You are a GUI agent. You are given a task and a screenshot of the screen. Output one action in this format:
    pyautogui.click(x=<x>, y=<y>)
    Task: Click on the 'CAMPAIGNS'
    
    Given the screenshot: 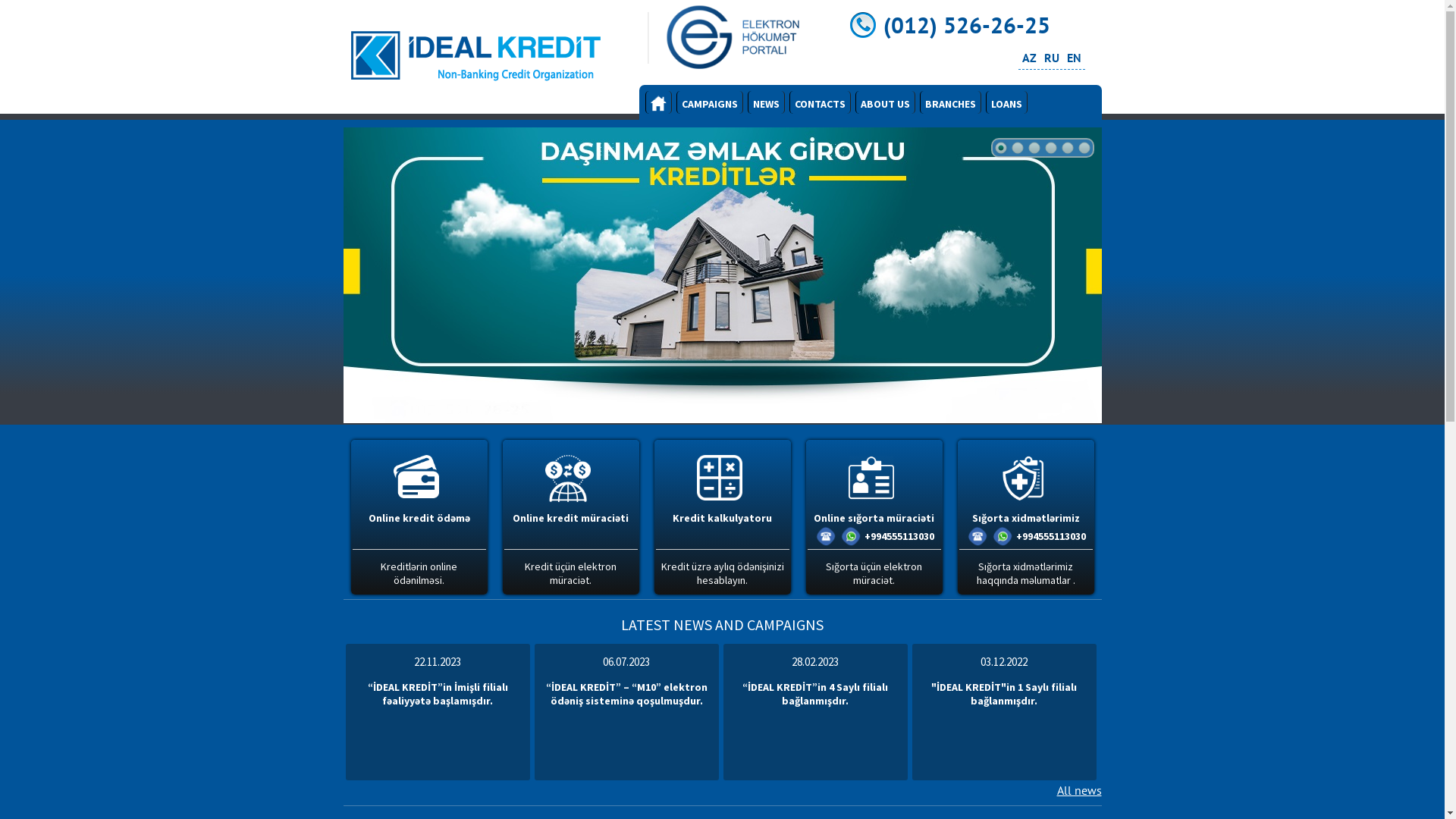 What is the action you would take?
    pyautogui.click(x=709, y=102)
    